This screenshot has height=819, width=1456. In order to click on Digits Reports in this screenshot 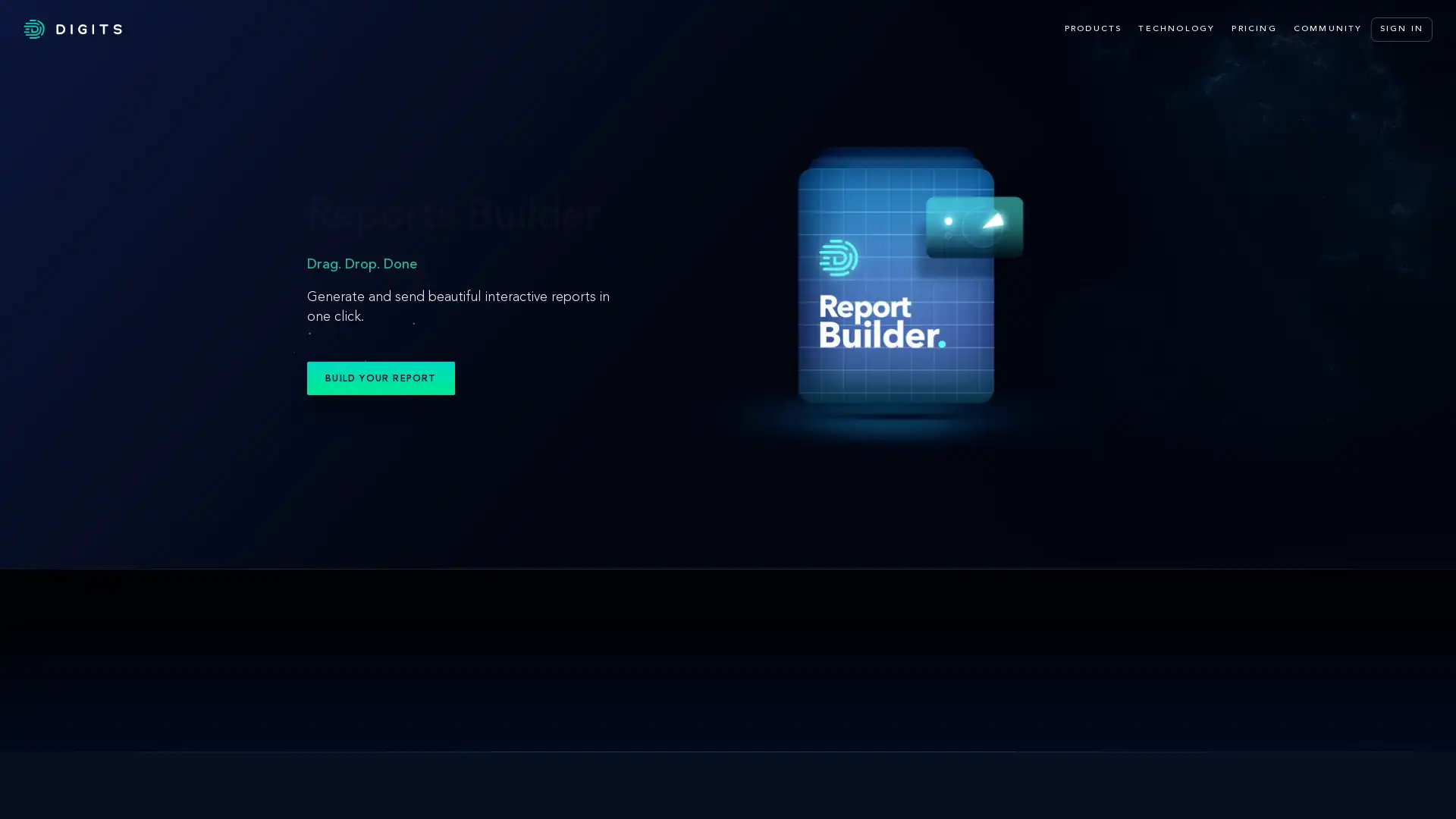, I will do `click(546, 472)`.